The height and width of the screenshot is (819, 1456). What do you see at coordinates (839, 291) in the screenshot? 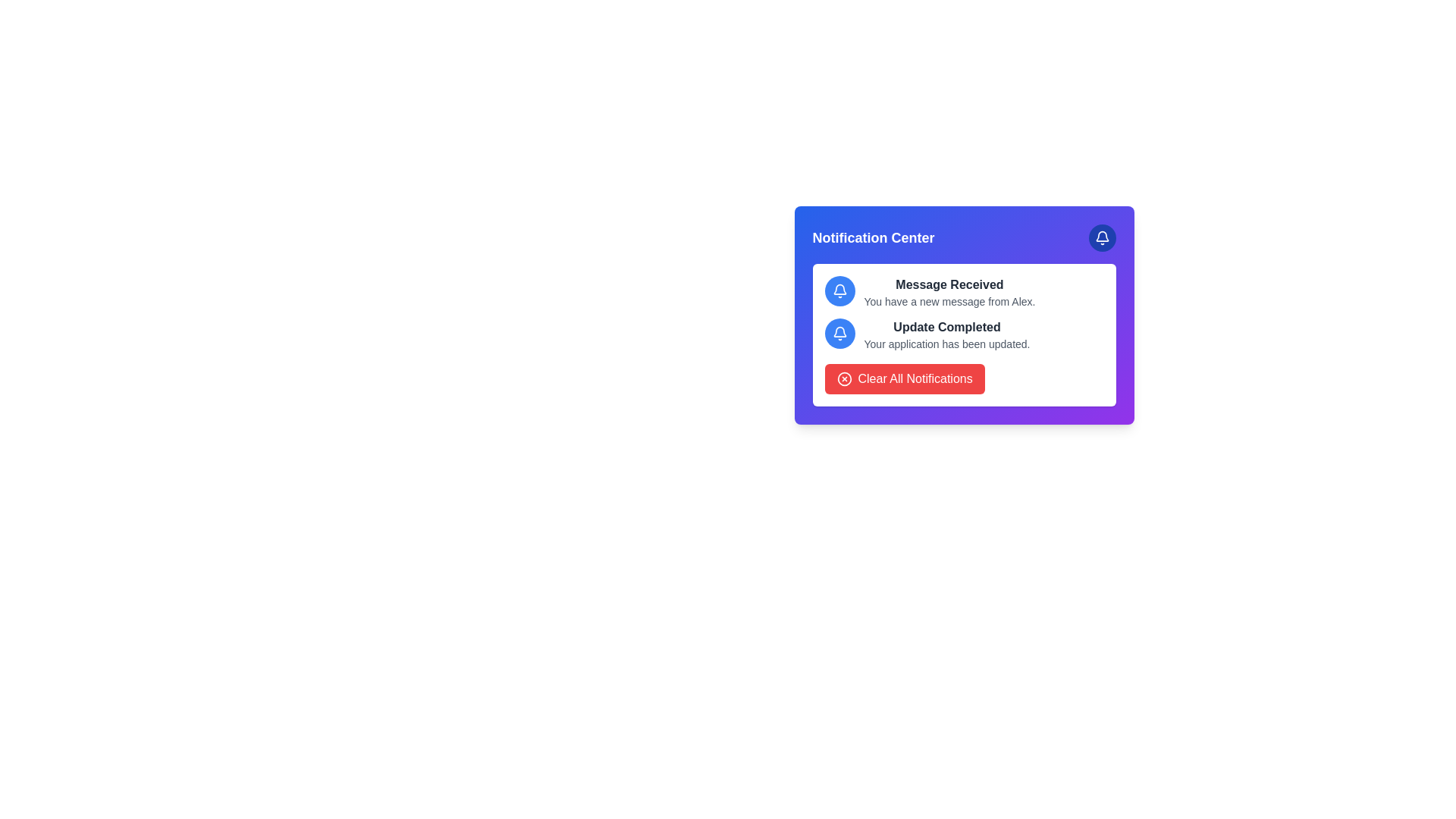
I see `the bell notification icon located at the top-right corner of the Notification Center` at bounding box center [839, 291].